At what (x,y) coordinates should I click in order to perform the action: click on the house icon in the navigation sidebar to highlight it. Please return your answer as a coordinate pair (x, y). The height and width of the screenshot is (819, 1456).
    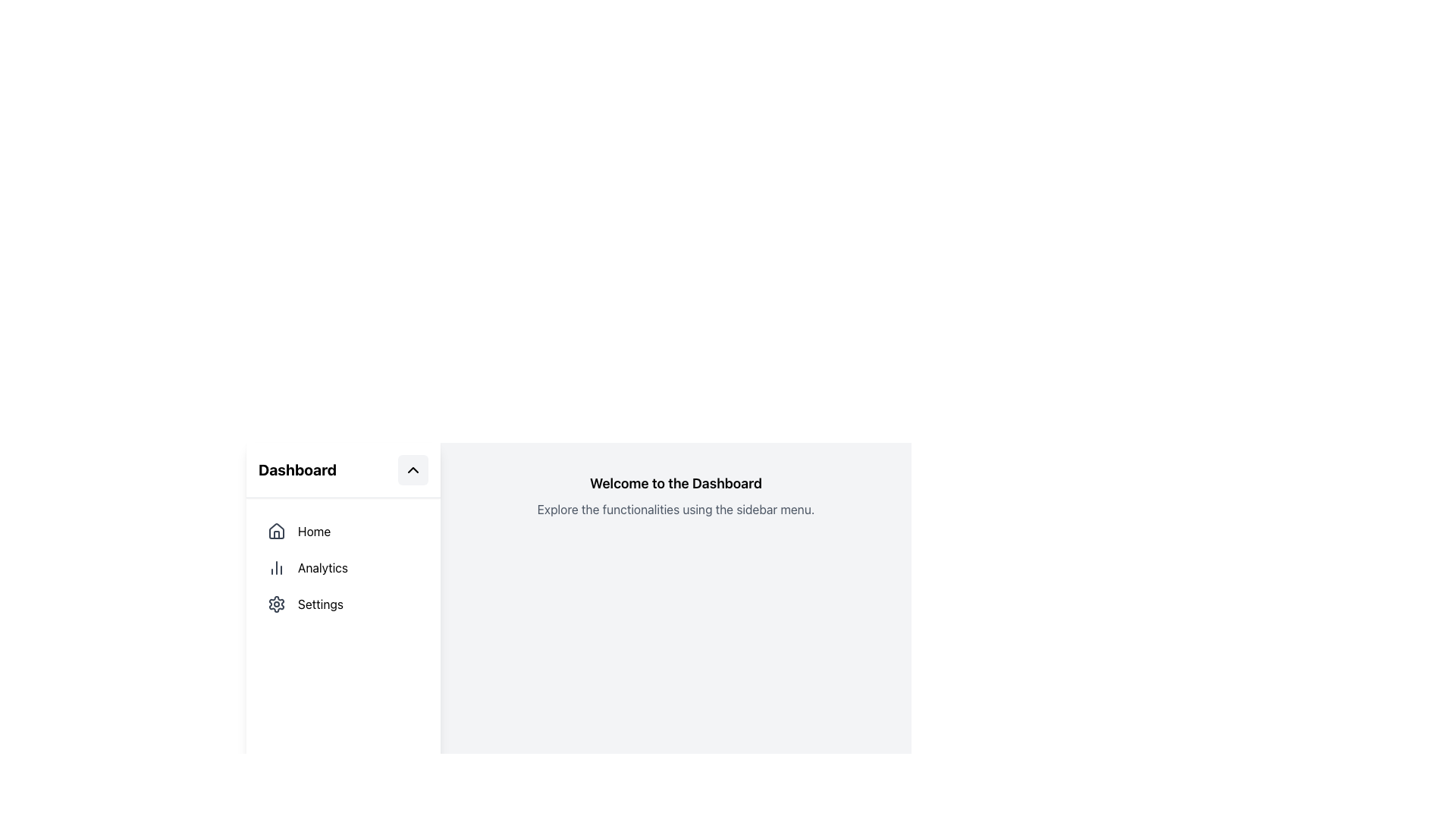
    Looking at the image, I should click on (276, 531).